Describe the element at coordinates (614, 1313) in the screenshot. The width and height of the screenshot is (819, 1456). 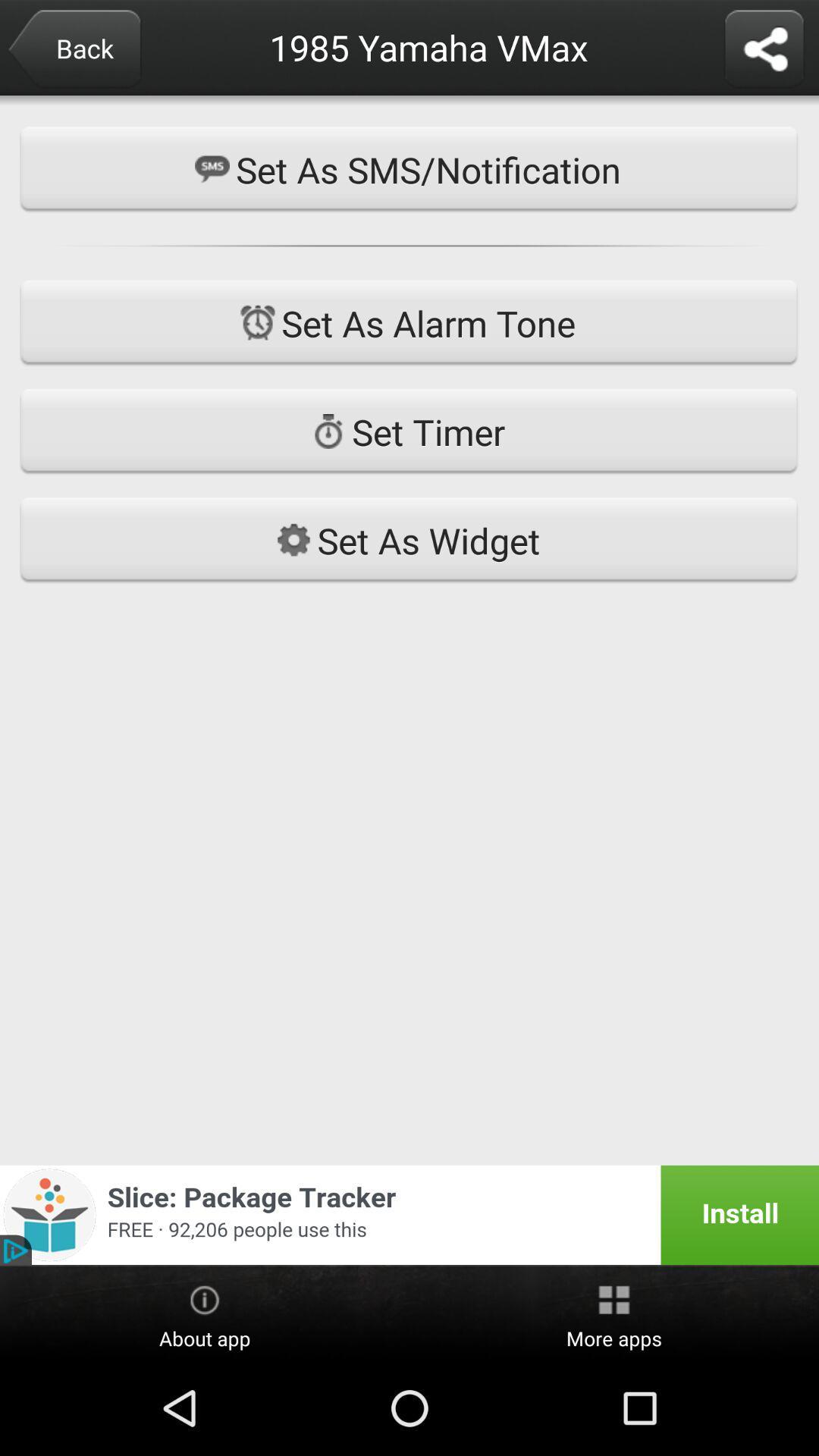
I see `the item next to the about app` at that location.